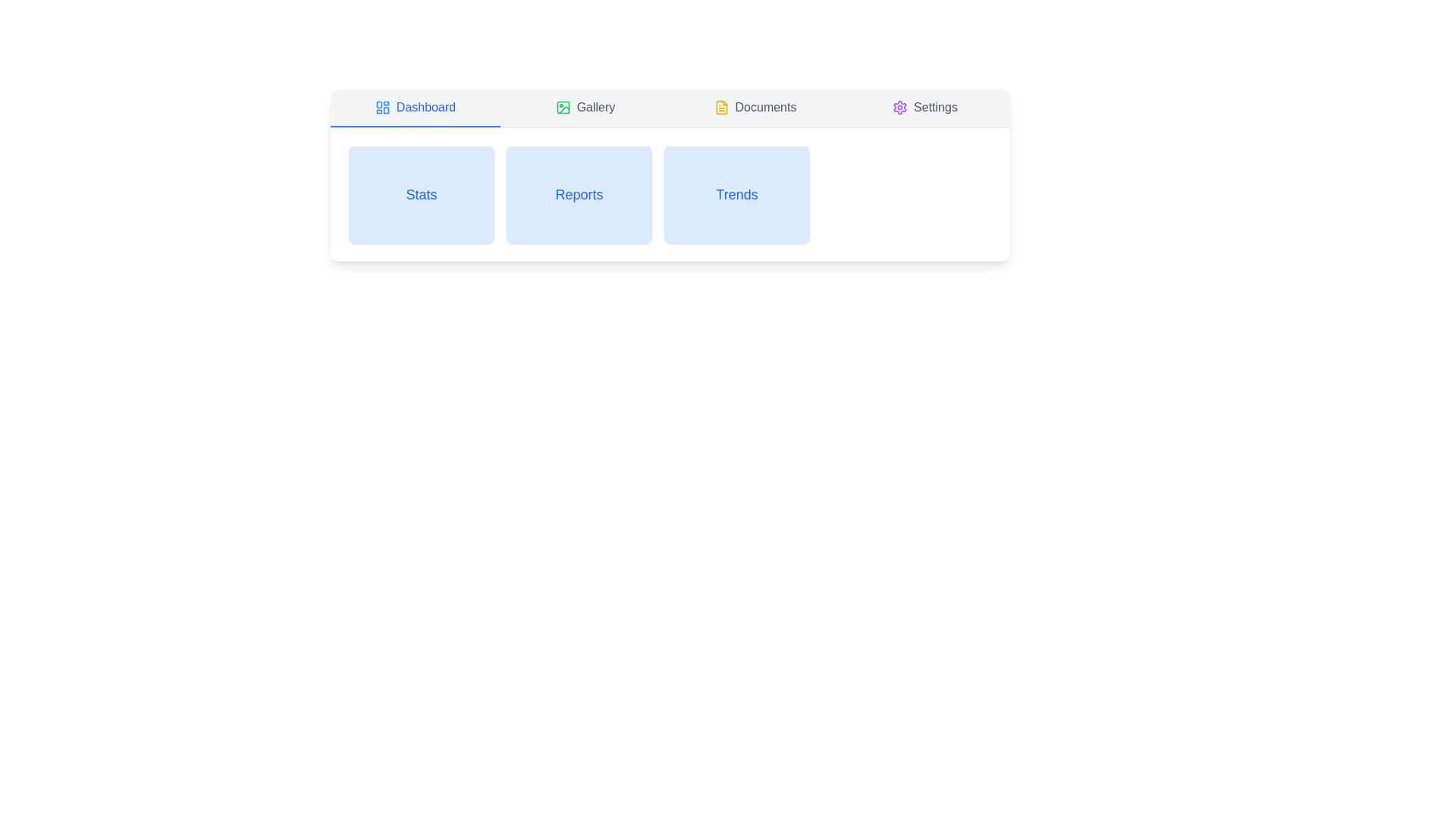 This screenshot has width=1456, height=819. Describe the element at coordinates (425, 107) in the screenshot. I see `the interactive Text label located near the top left of the interface, which serves as a navigation option to the Dashboard section` at that location.